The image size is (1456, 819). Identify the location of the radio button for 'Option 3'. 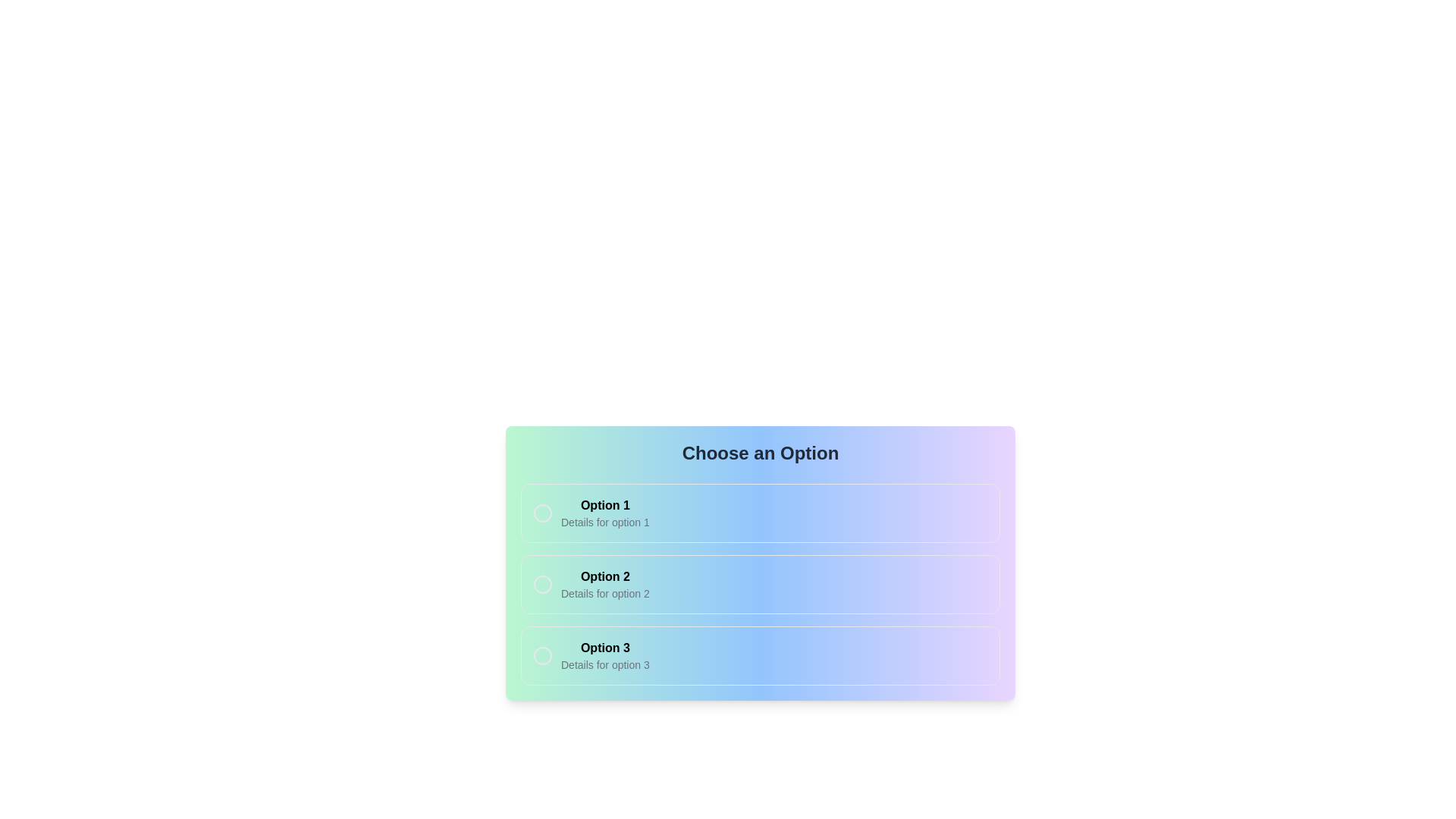
(542, 654).